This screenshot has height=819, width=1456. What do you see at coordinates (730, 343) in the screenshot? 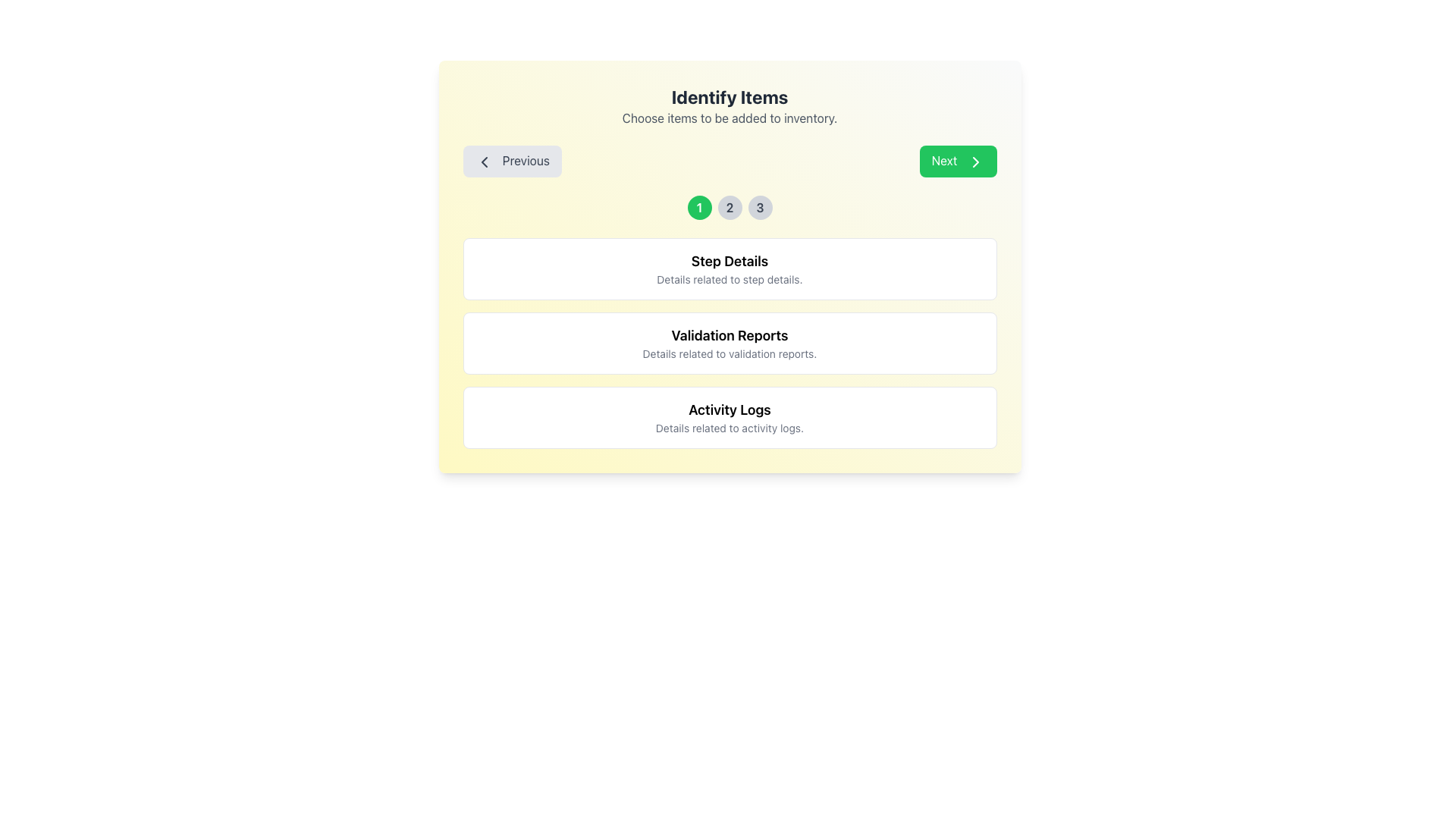
I see `the static content section labeled 'Validation Reports', which provides information about validation reports and is the second item under the 'Identify Items' section` at bounding box center [730, 343].